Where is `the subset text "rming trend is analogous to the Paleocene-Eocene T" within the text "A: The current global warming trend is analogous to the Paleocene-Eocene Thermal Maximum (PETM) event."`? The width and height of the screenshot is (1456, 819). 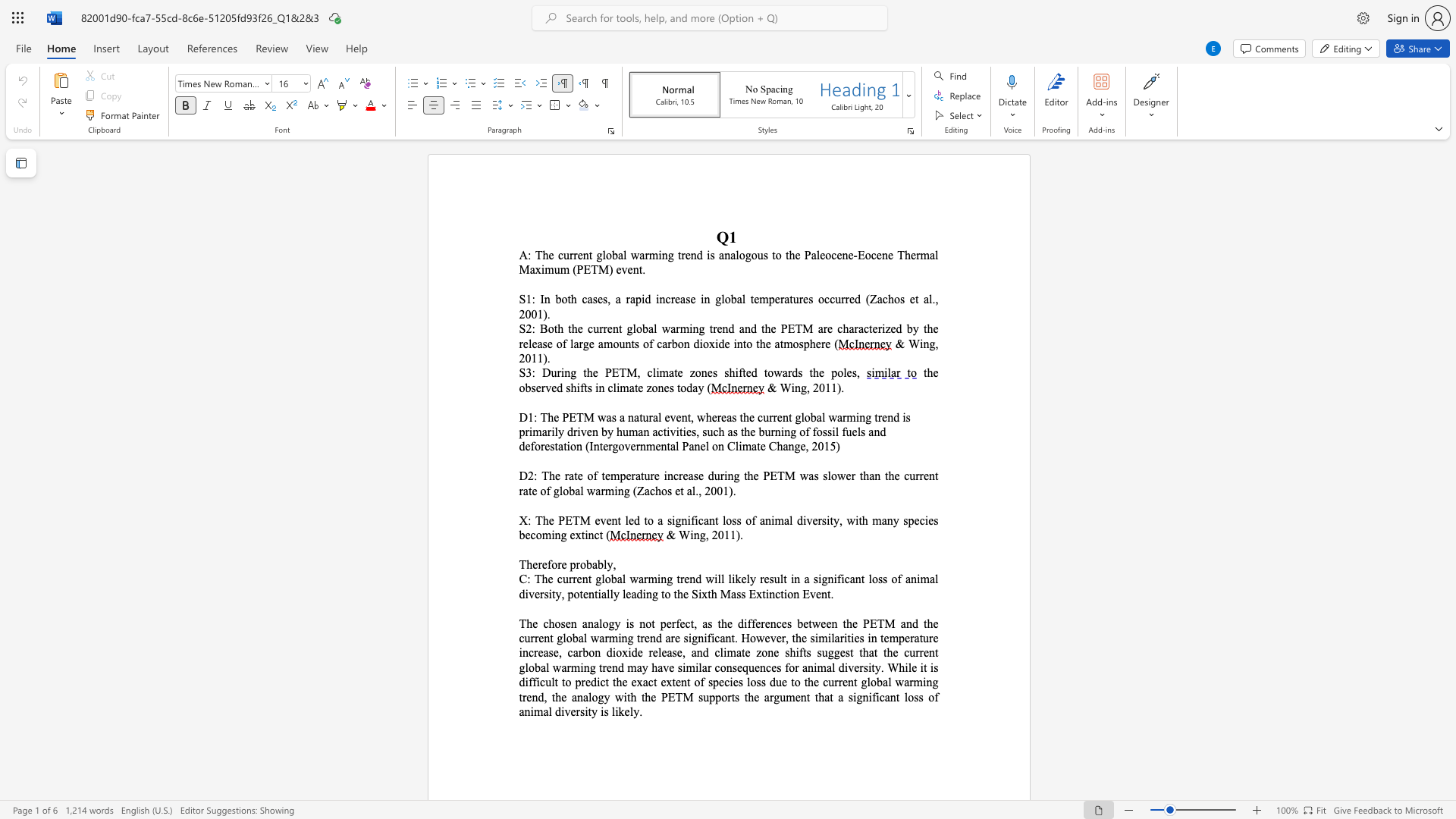 the subset text "rming trend is analogous to the Paleocene-Eocene T" within the text "A: The current global warming trend is analogous to the Paleocene-Eocene Thermal Maximum (PETM) event." is located at coordinates (645, 254).